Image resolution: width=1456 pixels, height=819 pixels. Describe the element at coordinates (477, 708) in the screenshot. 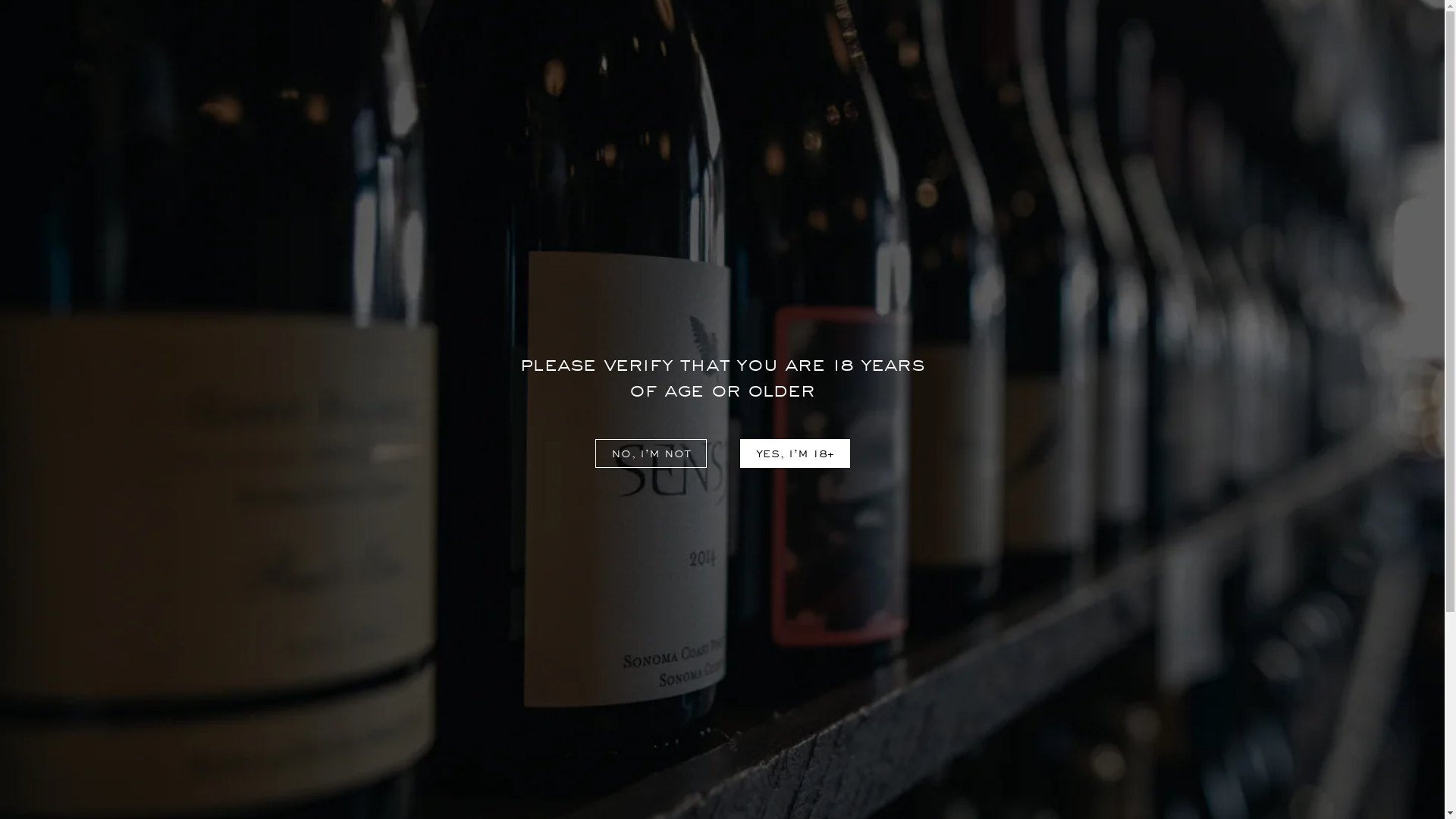

I see `'News'` at that location.